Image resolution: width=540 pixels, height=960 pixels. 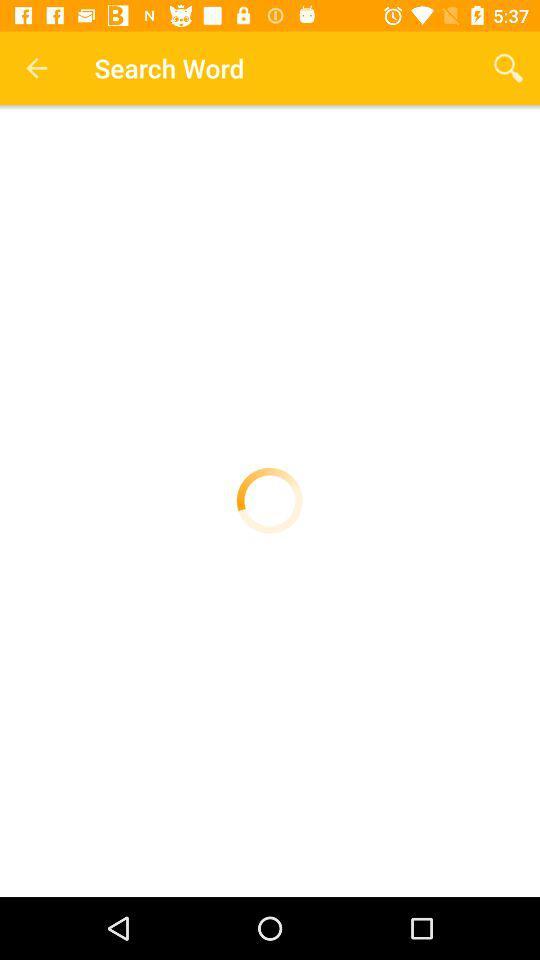 I want to click on item to the left of search word icon, so click(x=36, y=68).